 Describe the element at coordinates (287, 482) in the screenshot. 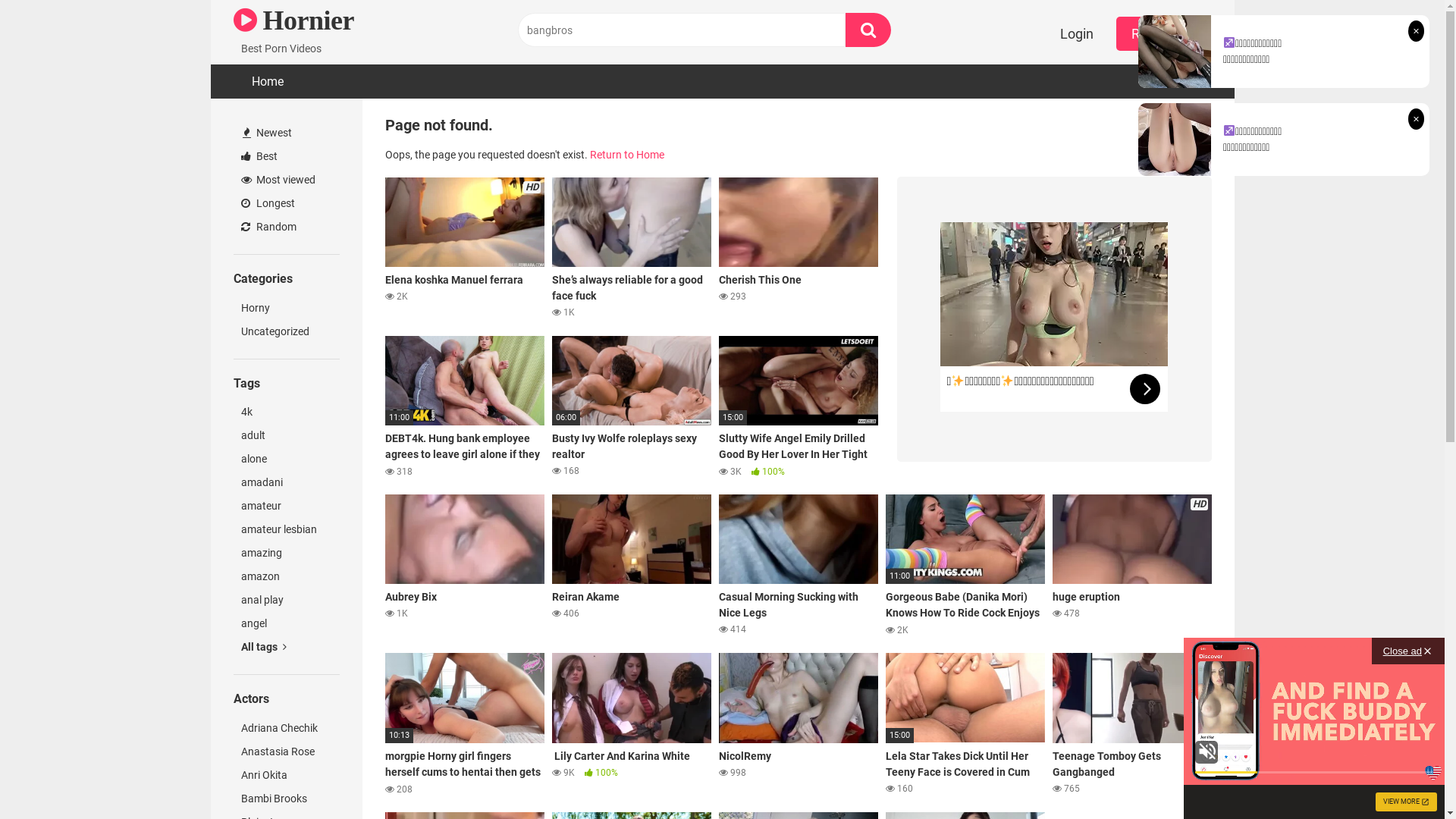

I see `'amadani'` at that location.